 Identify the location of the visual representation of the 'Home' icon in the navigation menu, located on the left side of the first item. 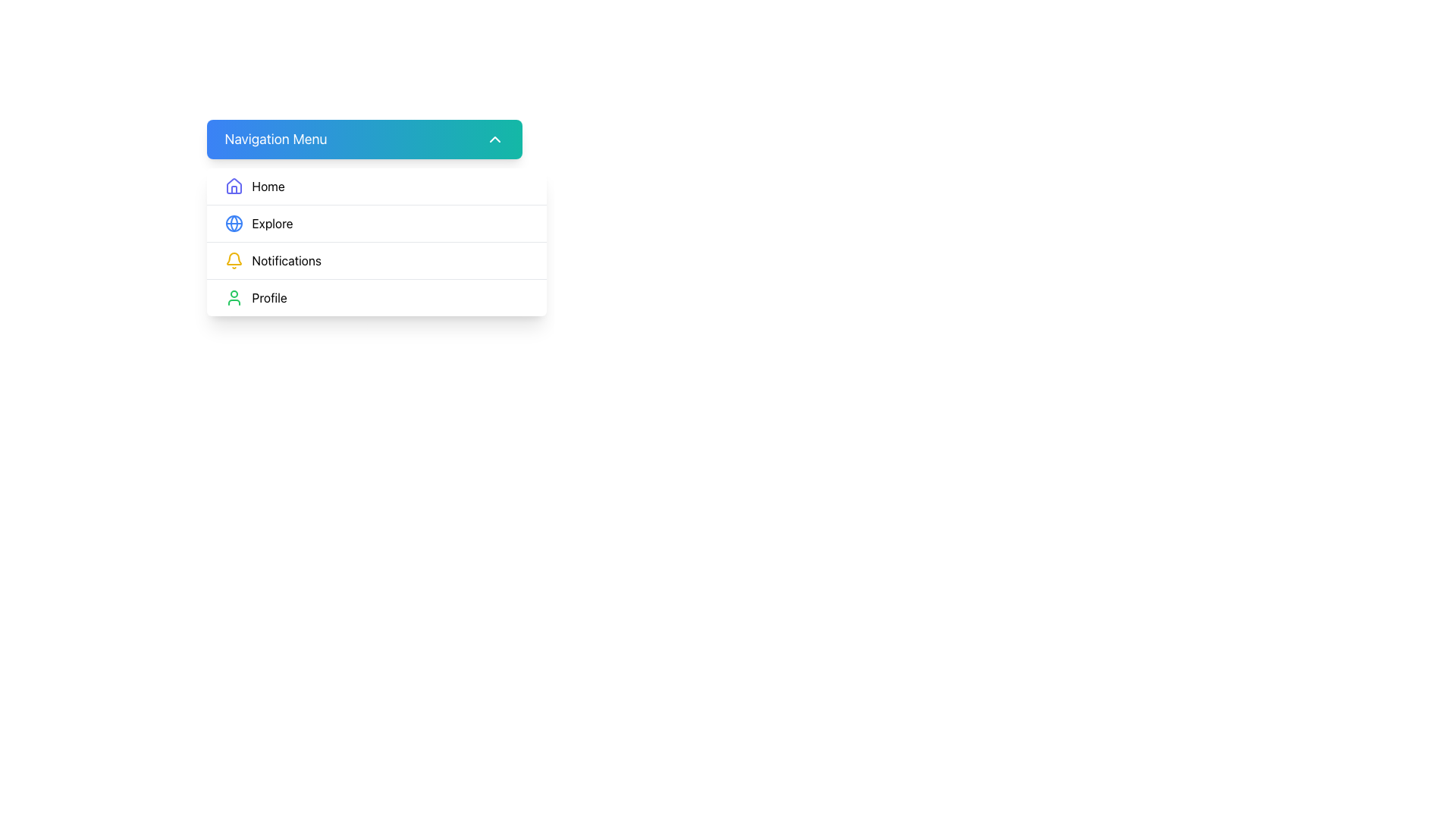
(233, 186).